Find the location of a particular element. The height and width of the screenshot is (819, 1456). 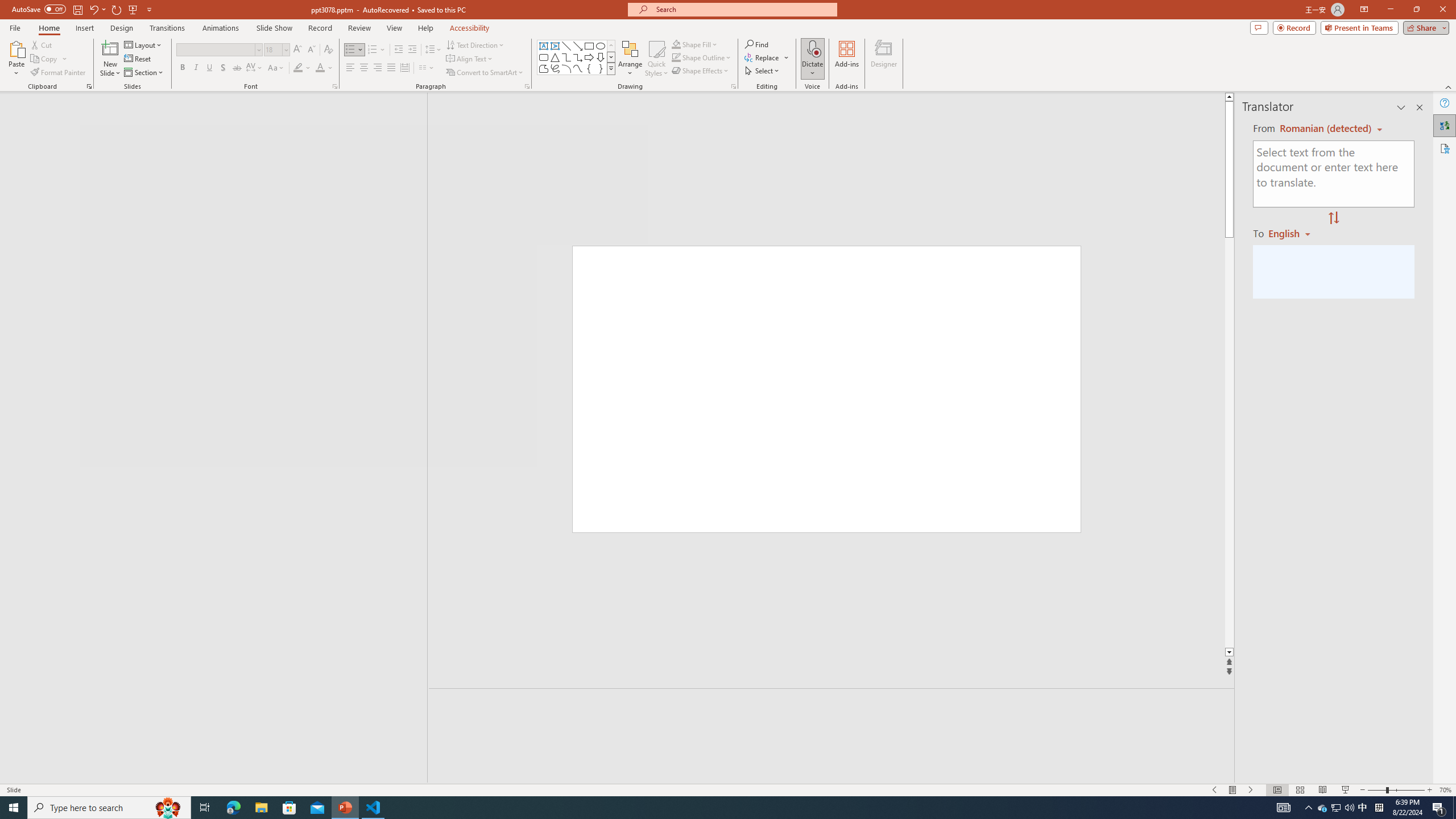

'Font Color' is located at coordinates (324, 67).